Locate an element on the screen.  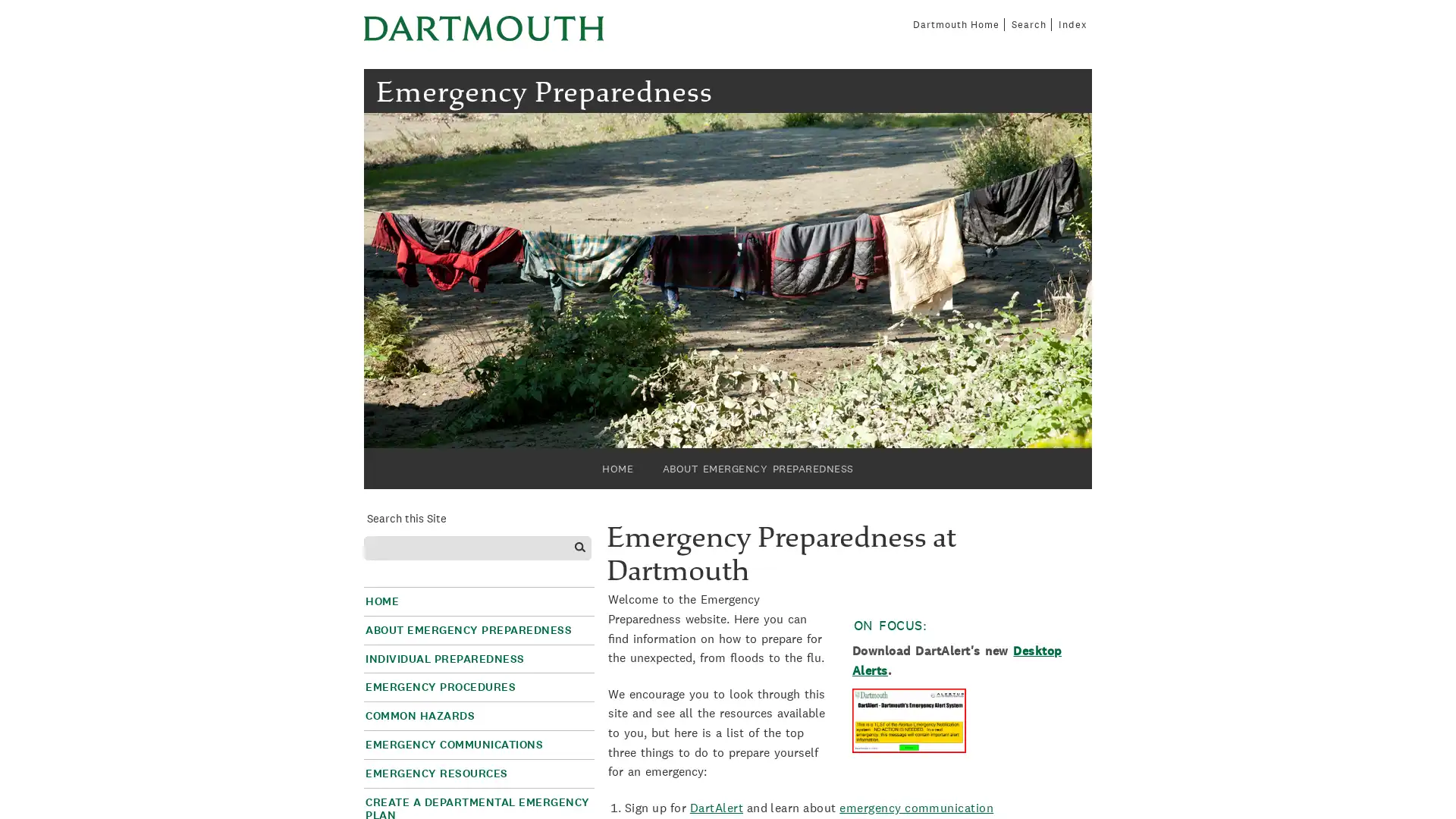
Search is located at coordinates (567, 547).